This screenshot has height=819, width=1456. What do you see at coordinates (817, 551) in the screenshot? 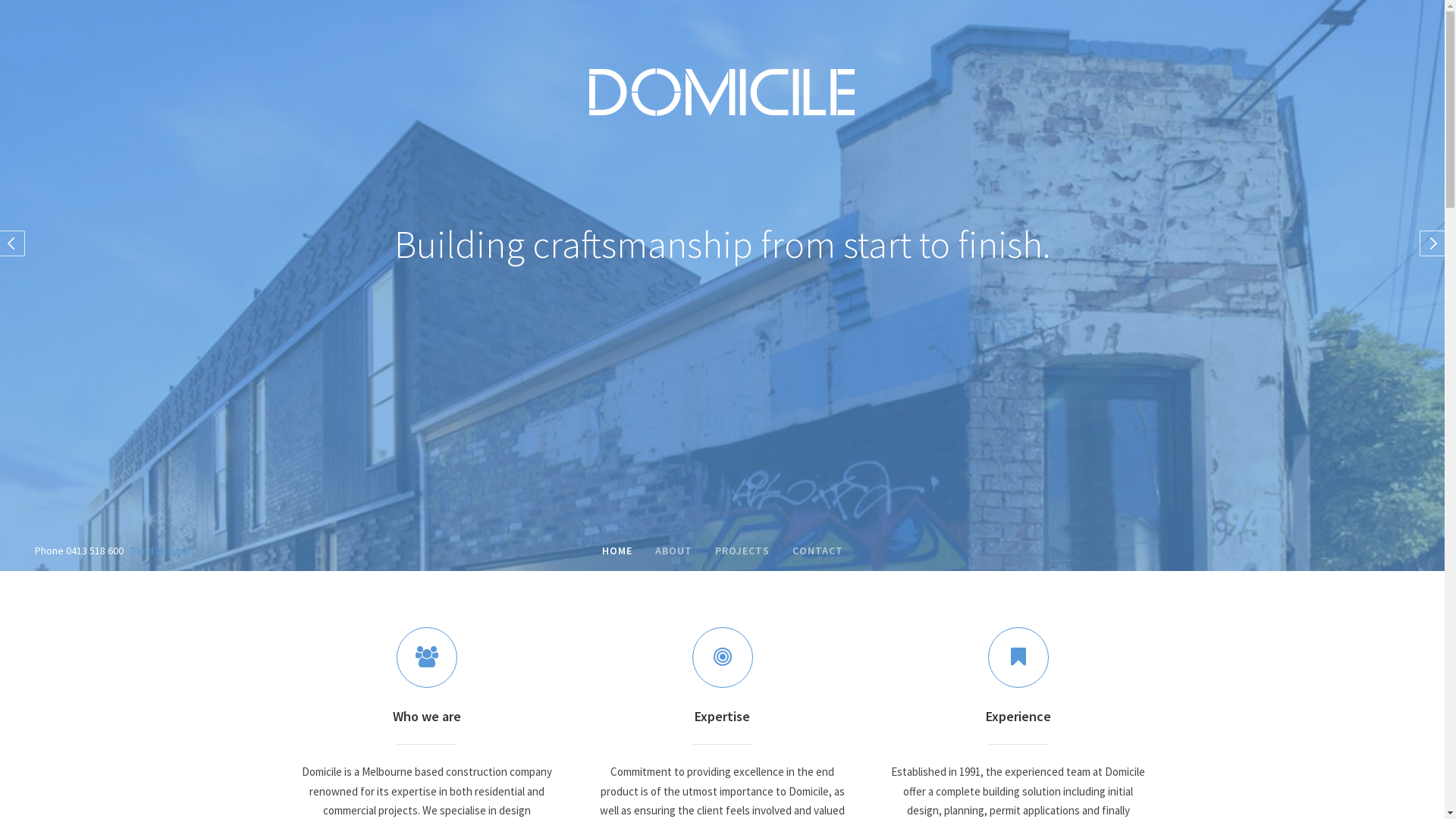
I see `'CONTACT'` at bounding box center [817, 551].